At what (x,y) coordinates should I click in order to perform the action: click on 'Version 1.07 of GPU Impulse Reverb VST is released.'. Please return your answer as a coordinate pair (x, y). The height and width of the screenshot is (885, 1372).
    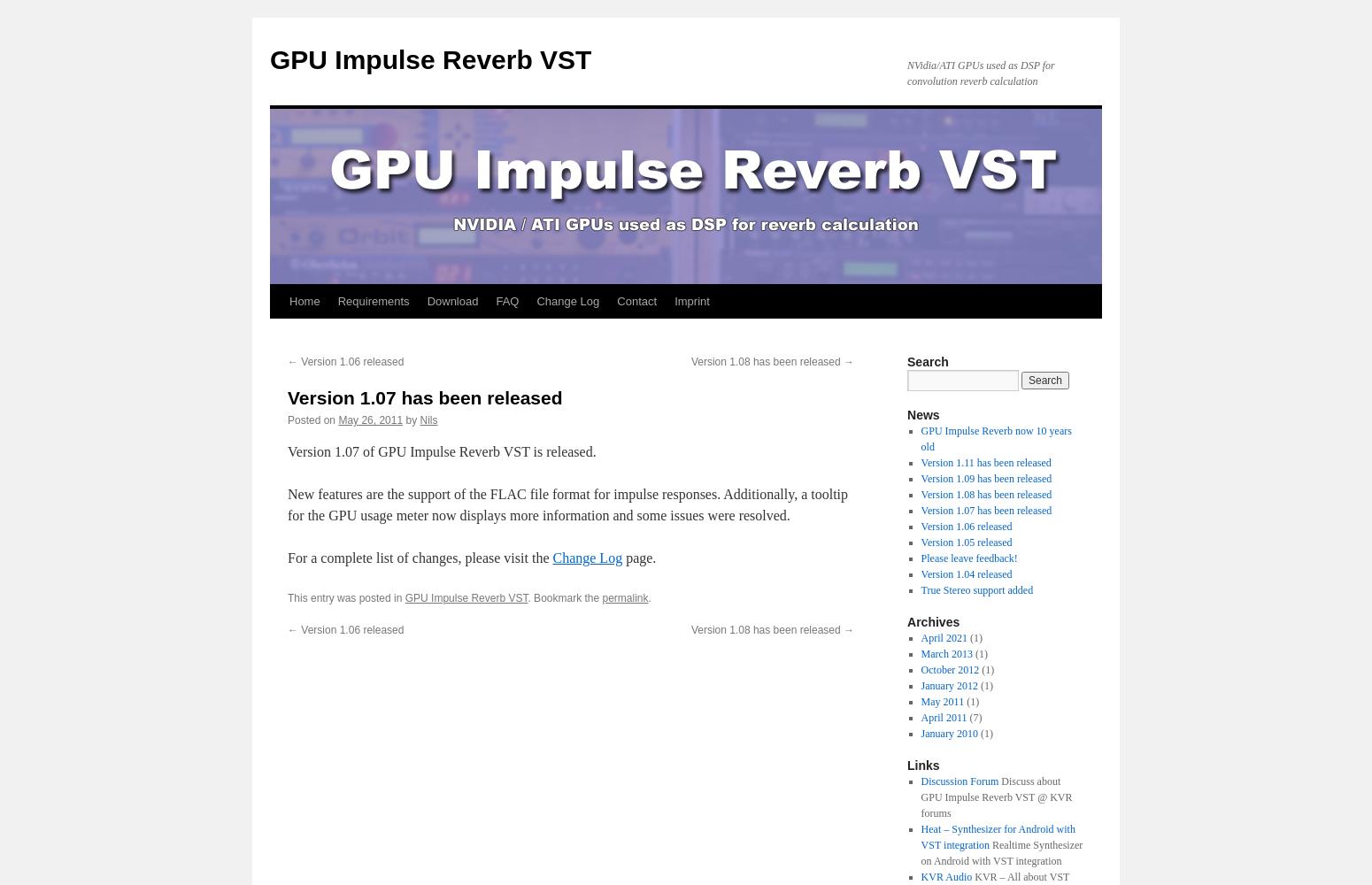
    Looking at the image, I should click on (440, 451).